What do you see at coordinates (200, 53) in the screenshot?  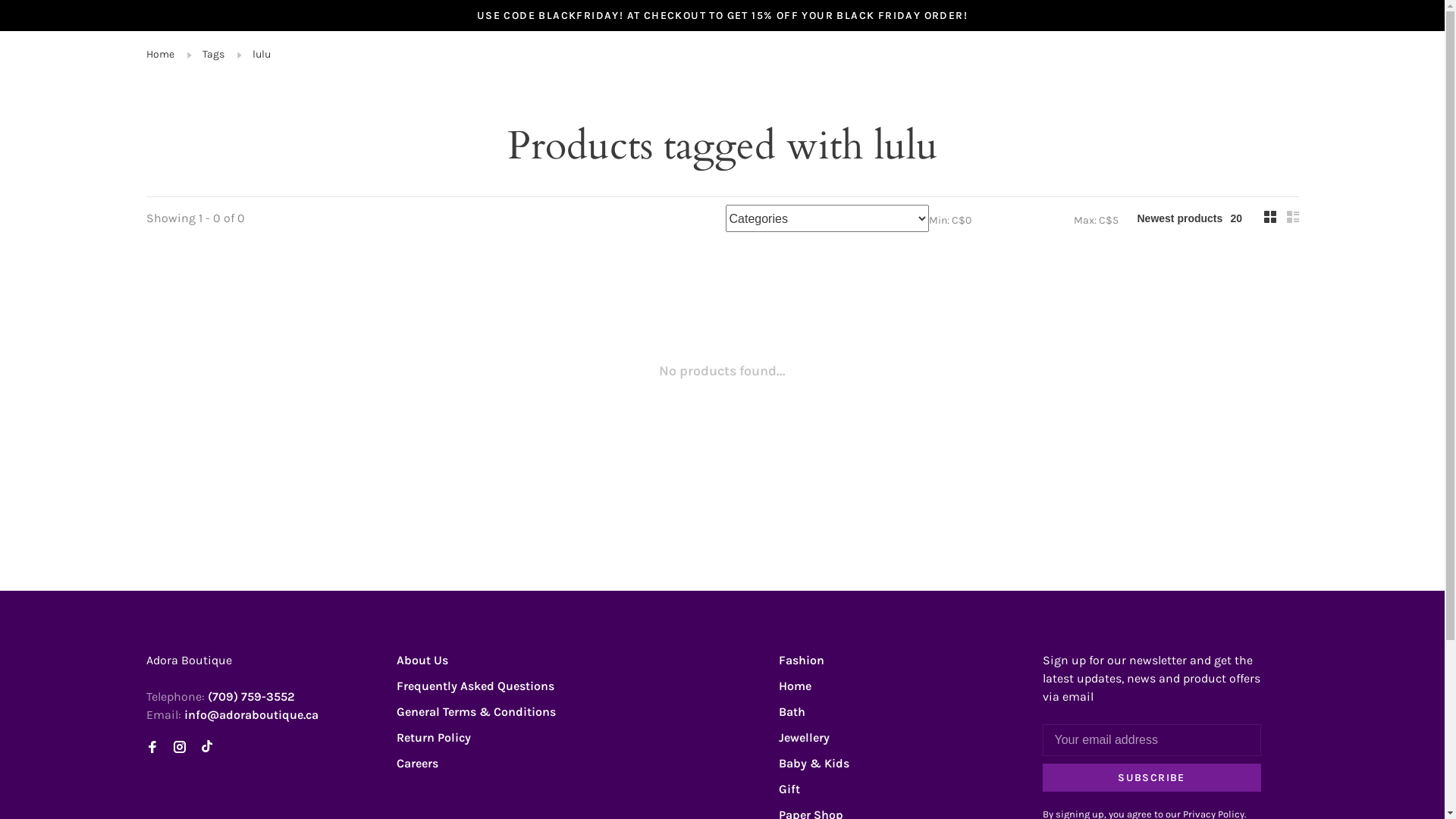 I see `'Tags'` at bounding box center [200, 53].